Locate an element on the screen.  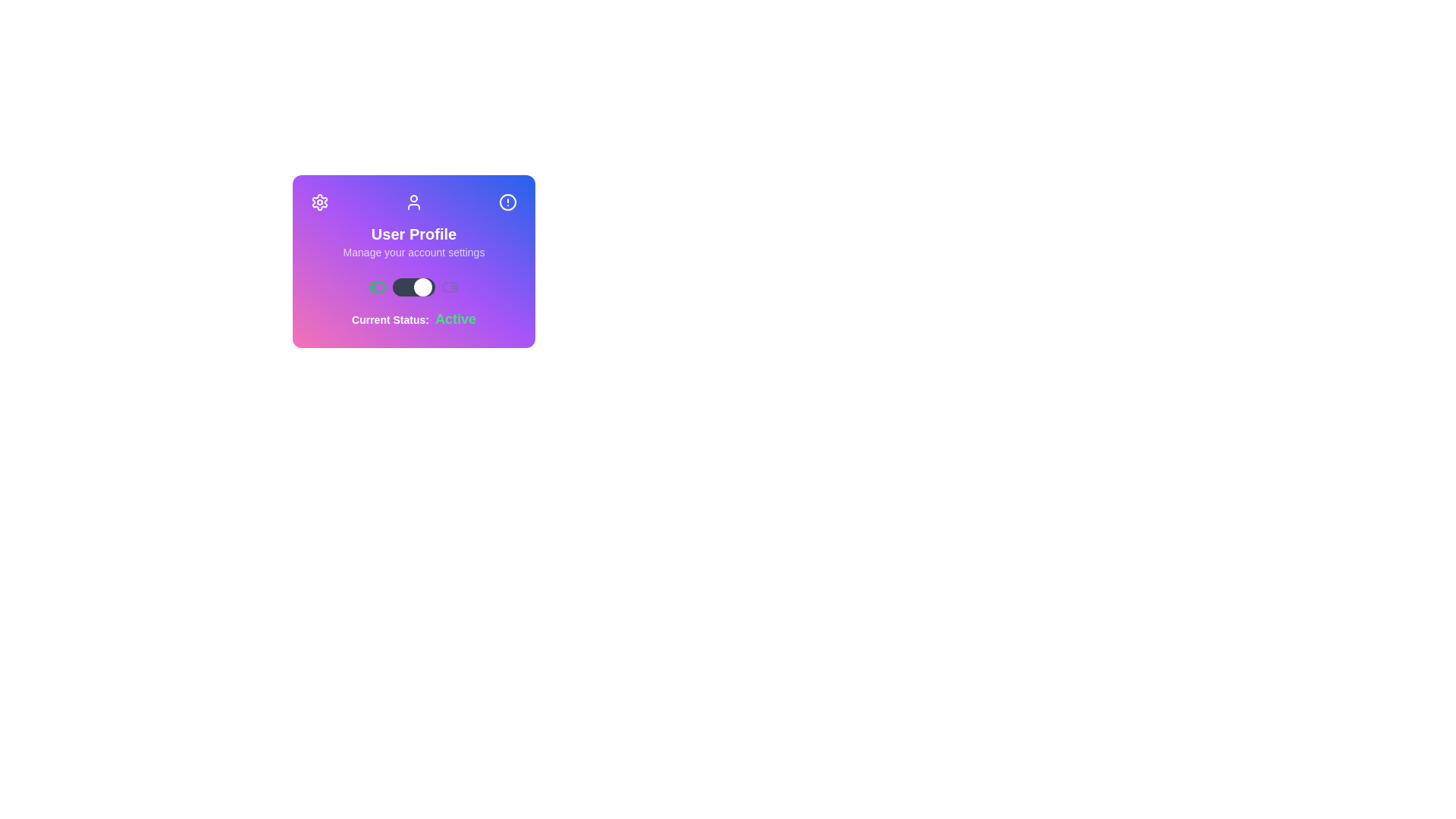
the rightmost toggle switch icon is located at coordinates (450, 287).